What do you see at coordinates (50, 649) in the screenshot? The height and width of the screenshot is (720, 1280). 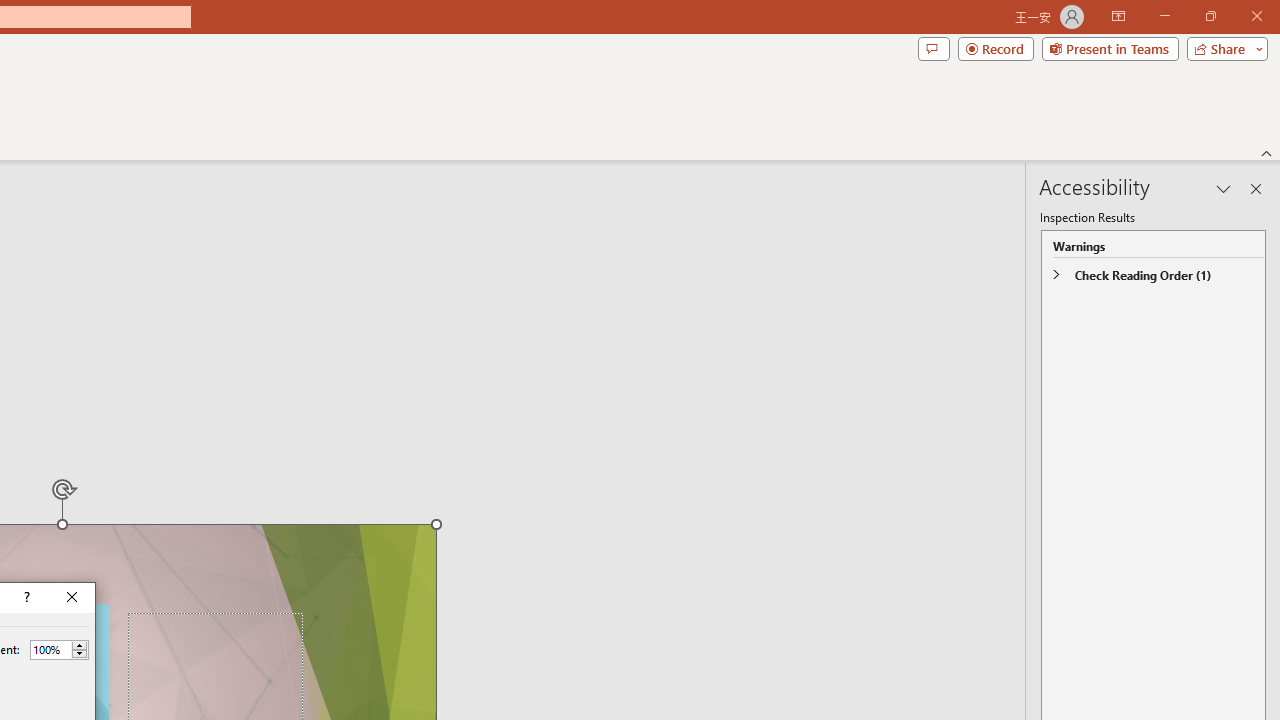 I see `'Percent'` at bounding box center [50, 649].